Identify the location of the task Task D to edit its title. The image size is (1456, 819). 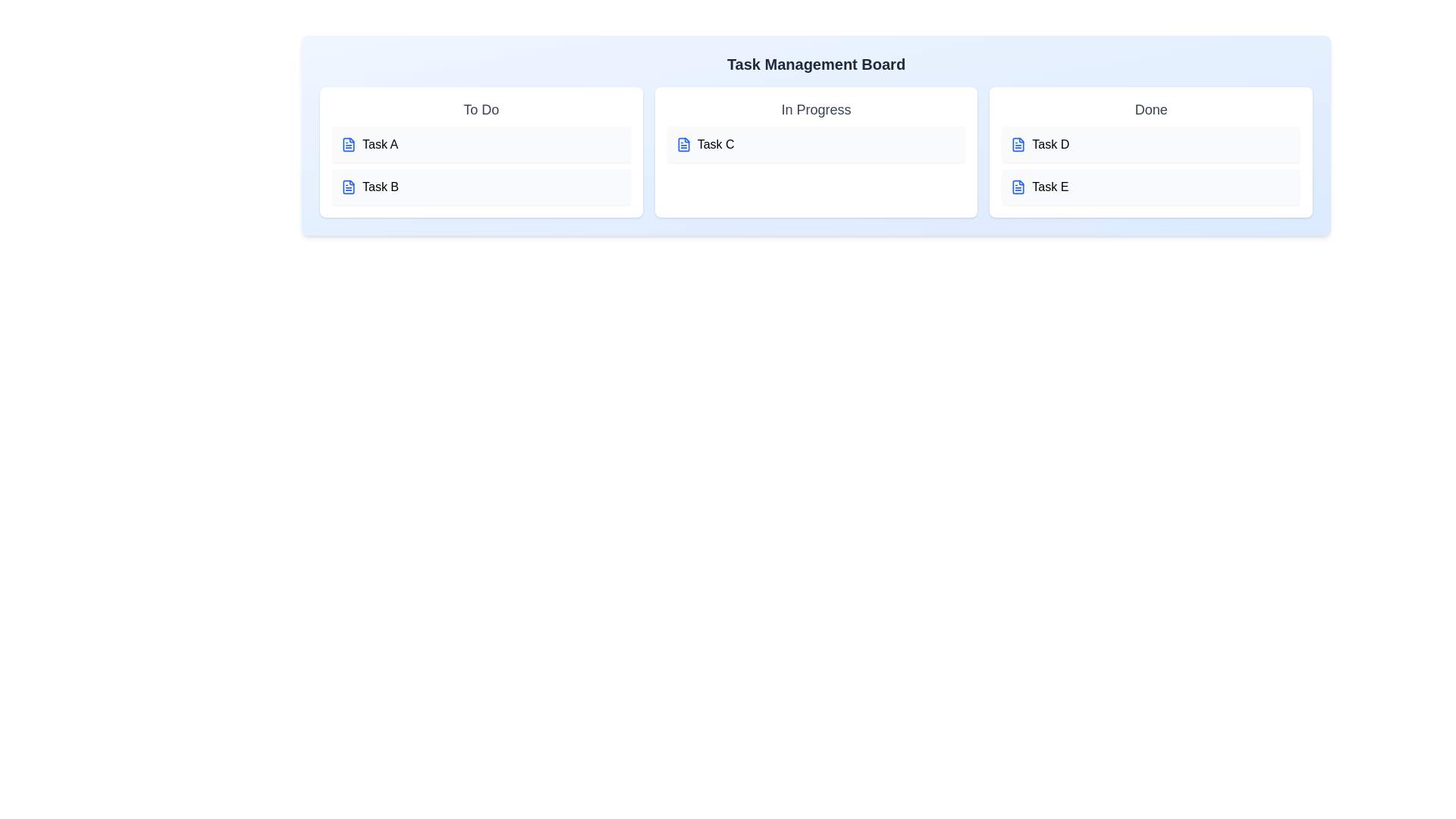
(1151, 145).